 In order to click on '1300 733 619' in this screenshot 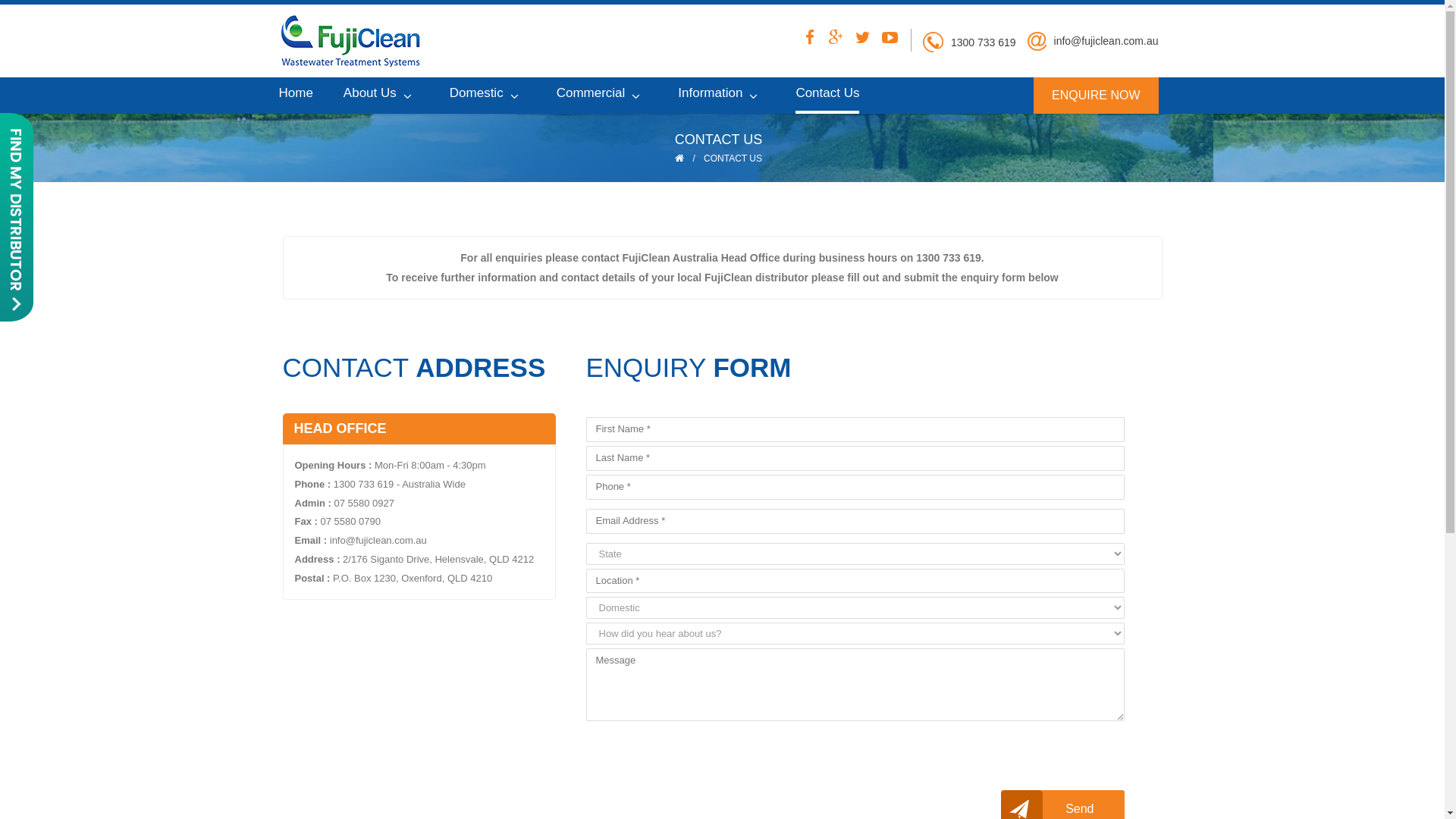, I will do `click(983, 42)`.